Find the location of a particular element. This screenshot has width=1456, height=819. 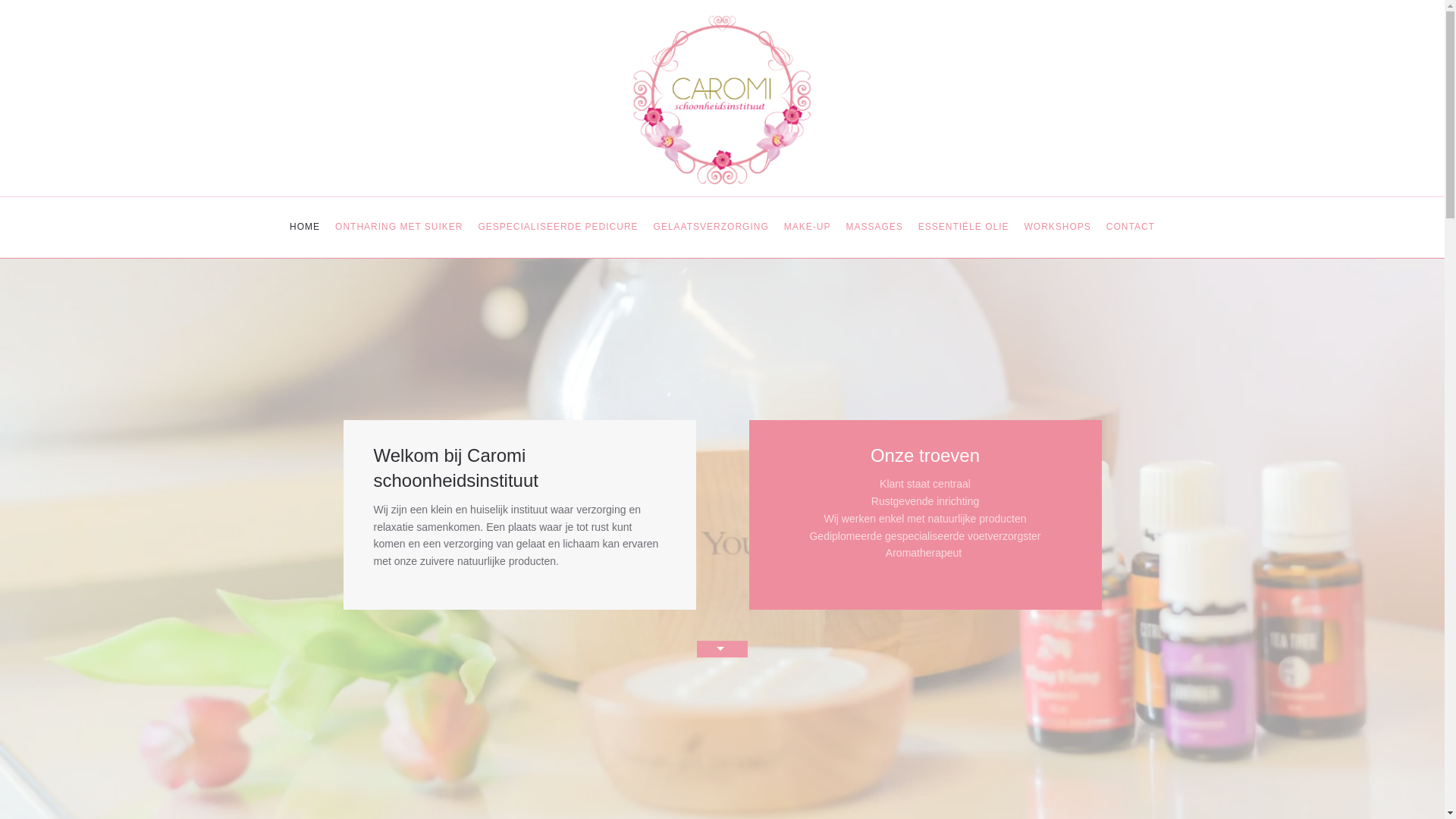

'MASSAGES' is located at coordinates (874, 227).